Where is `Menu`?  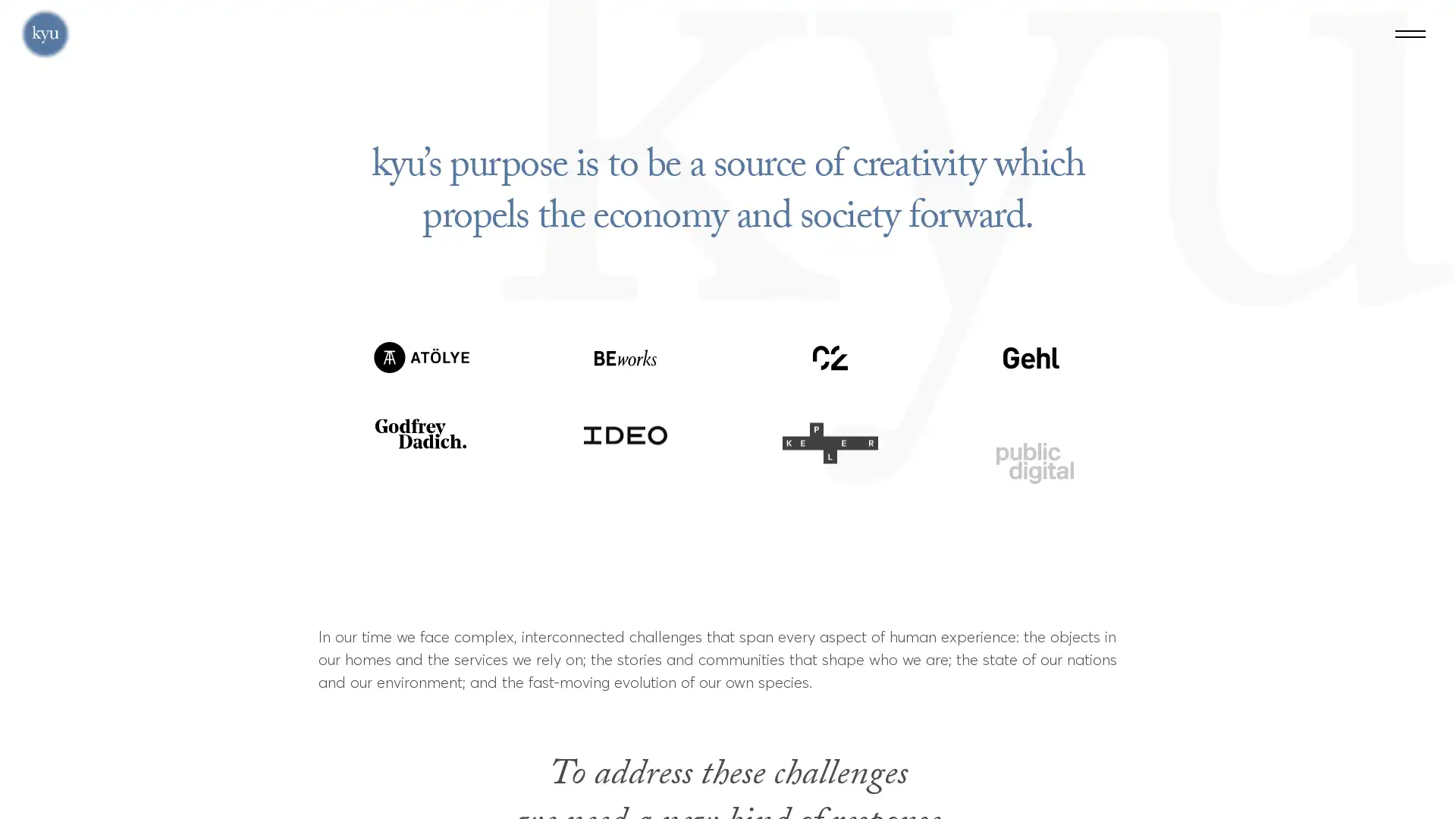 Menu is located at coordinates (1410, 34).